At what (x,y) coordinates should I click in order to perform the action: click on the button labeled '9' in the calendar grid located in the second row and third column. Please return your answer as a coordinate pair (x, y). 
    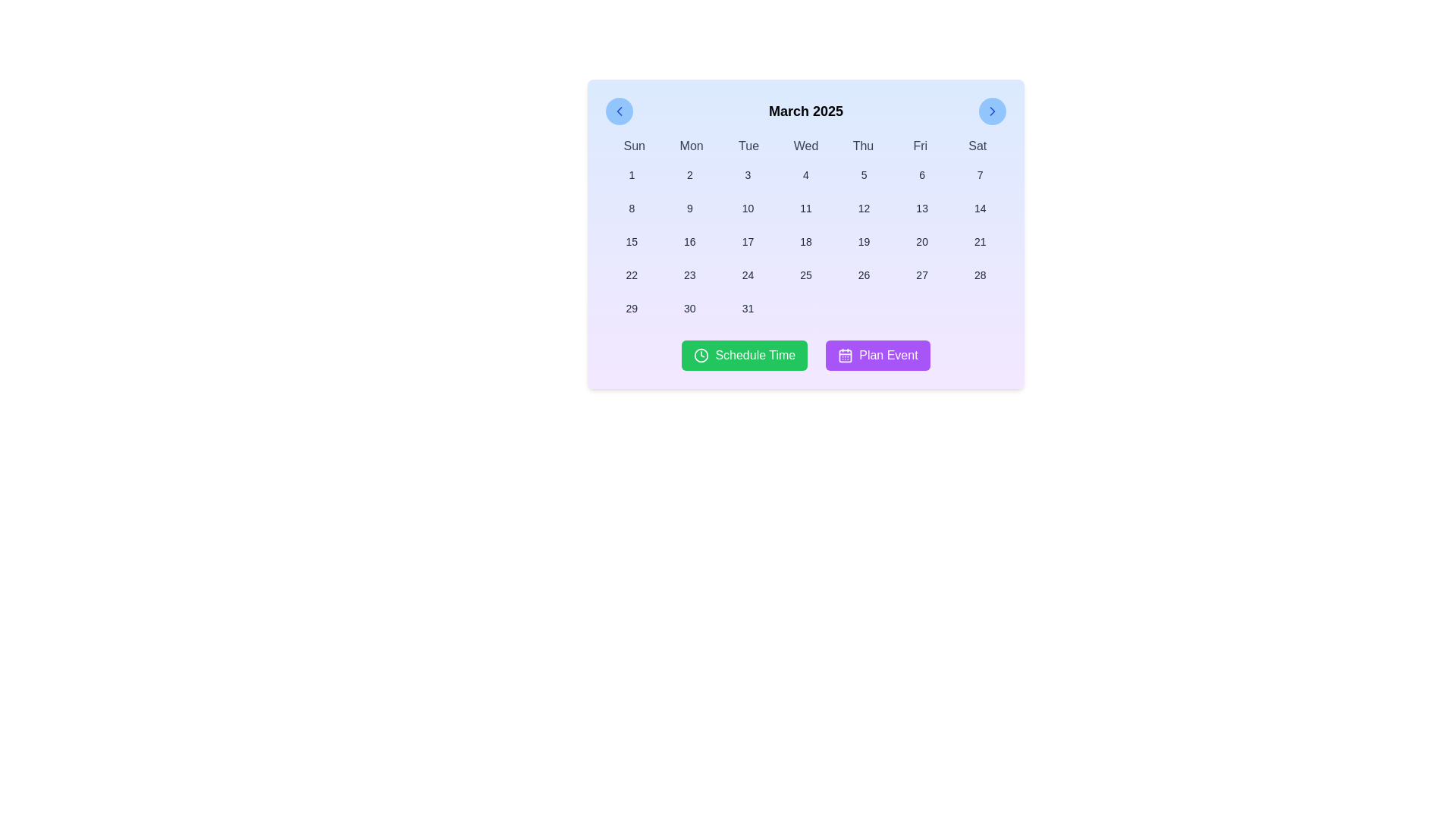
    Looking at the image, I should click on (689, 208).